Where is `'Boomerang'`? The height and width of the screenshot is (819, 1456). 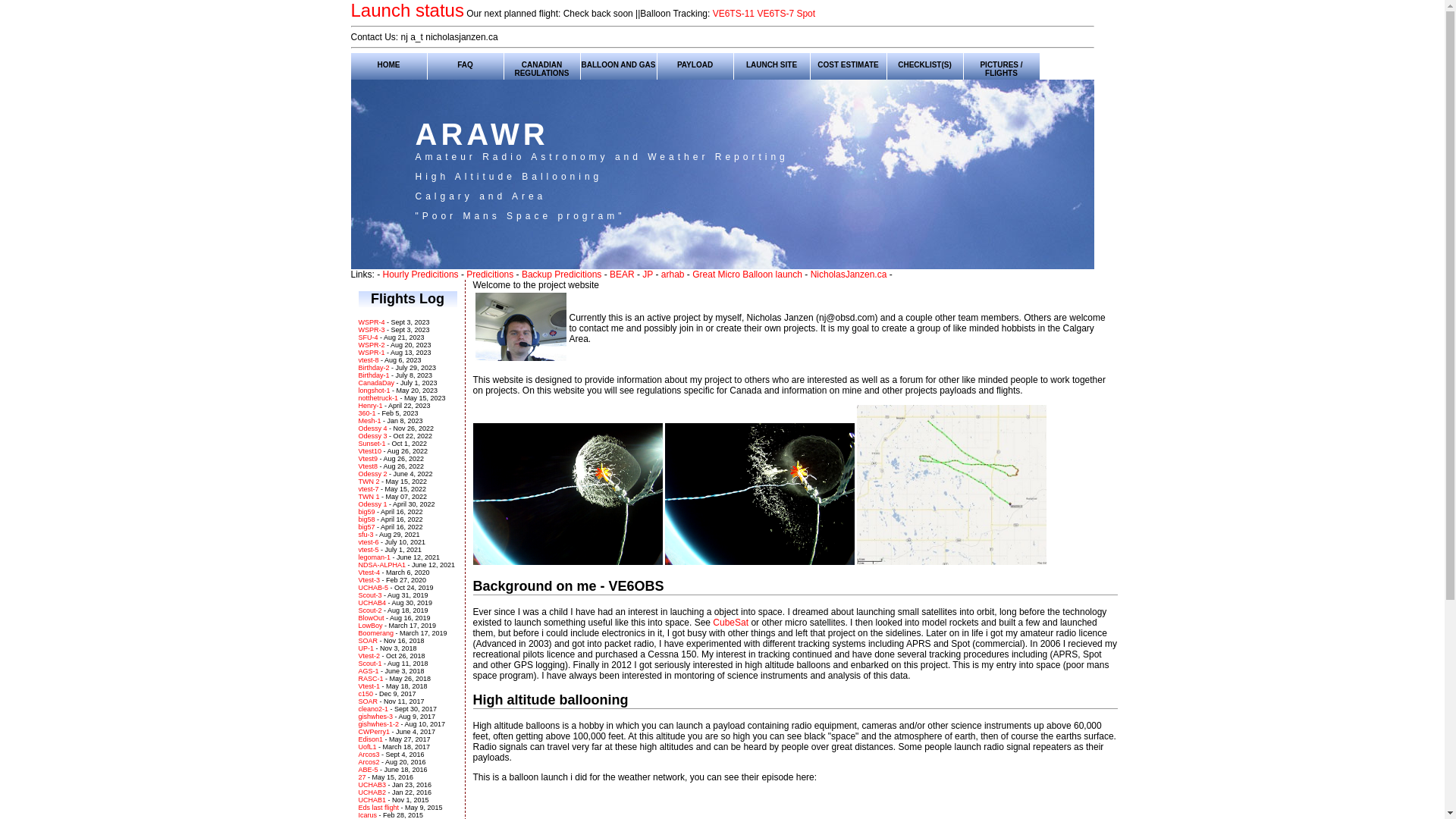
'Boomerang' is located at coordinates (375, 632).